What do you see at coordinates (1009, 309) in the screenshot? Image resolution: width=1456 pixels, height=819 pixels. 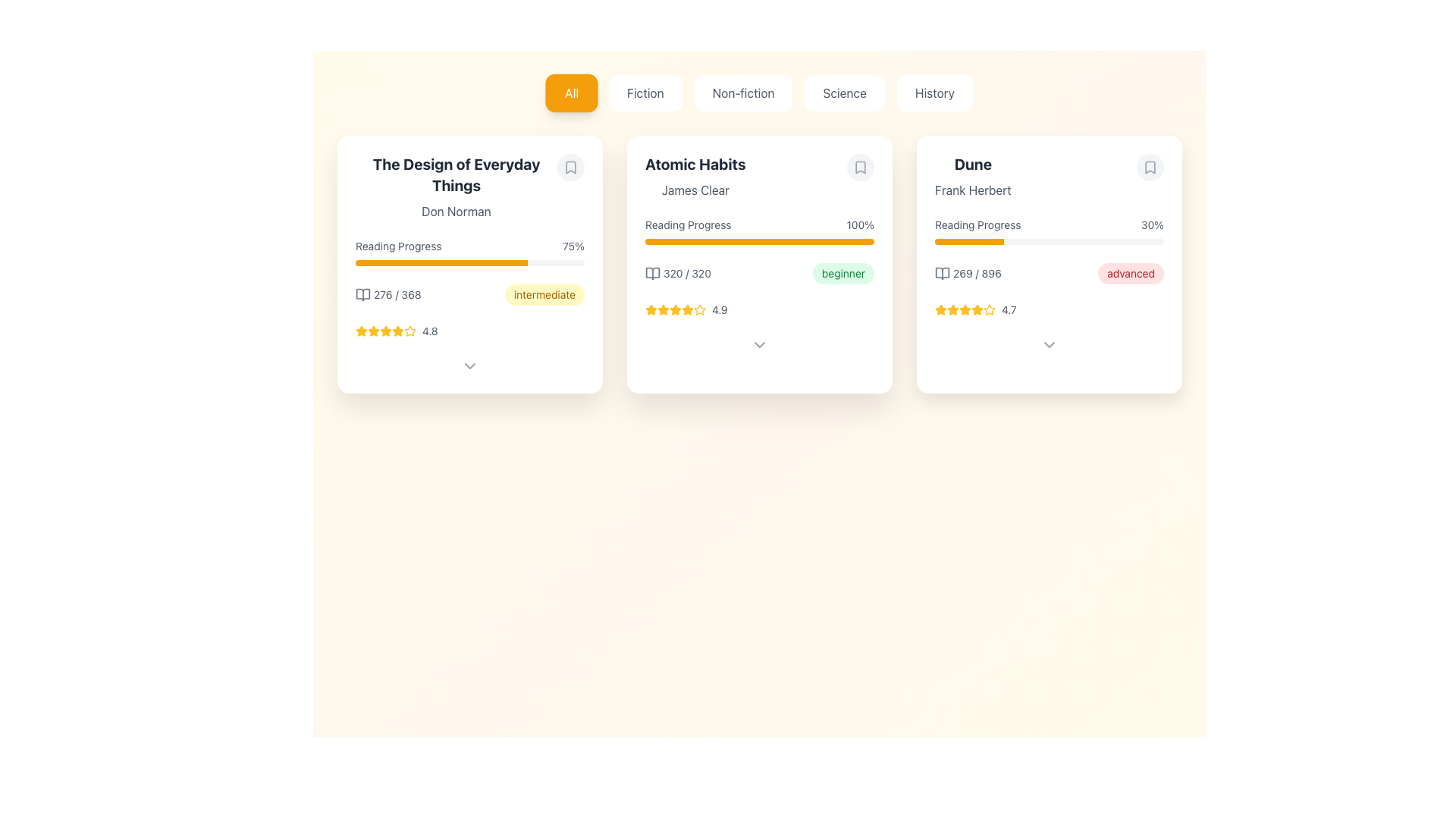 I see `the text label displaying the numerical rating value for the 'Dune' card, located at the bottom of the card in the rightmost column, immediately to the right of the star ratings row` at bounding box center [1009, 309].